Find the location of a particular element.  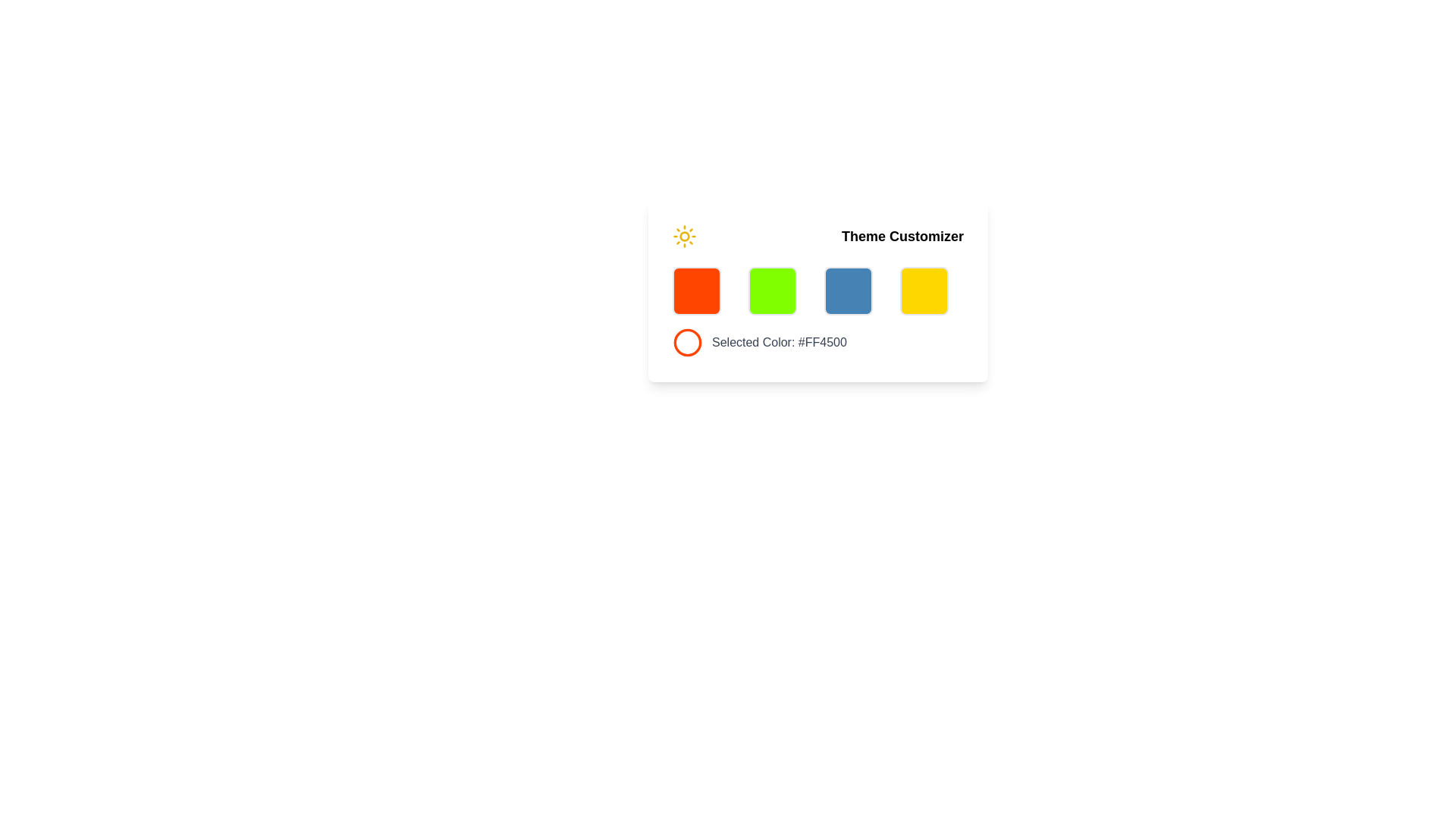

the circular orange icon with a transparent interior and a small dot in the center, located to the left of the label 'Selected Color: #FF4500' is located at coordinates (687, 342).